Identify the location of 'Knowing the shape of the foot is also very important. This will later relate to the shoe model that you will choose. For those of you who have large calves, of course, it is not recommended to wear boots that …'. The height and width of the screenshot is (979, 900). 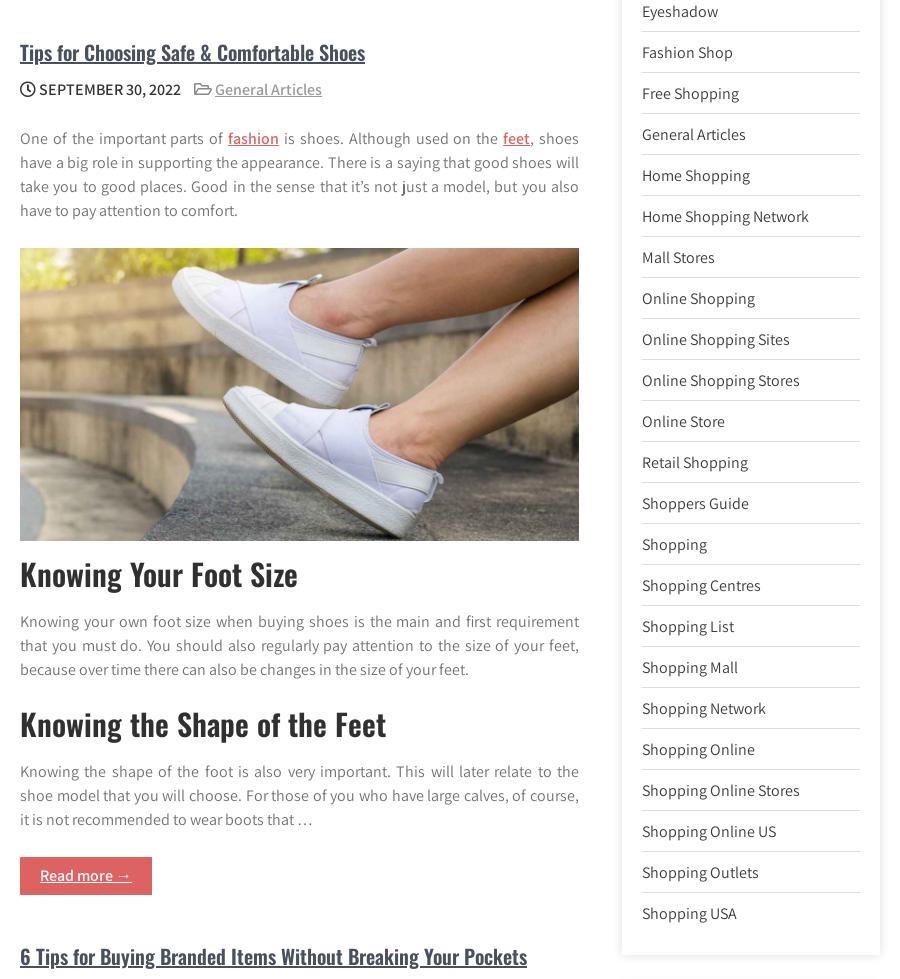
(298, 794).